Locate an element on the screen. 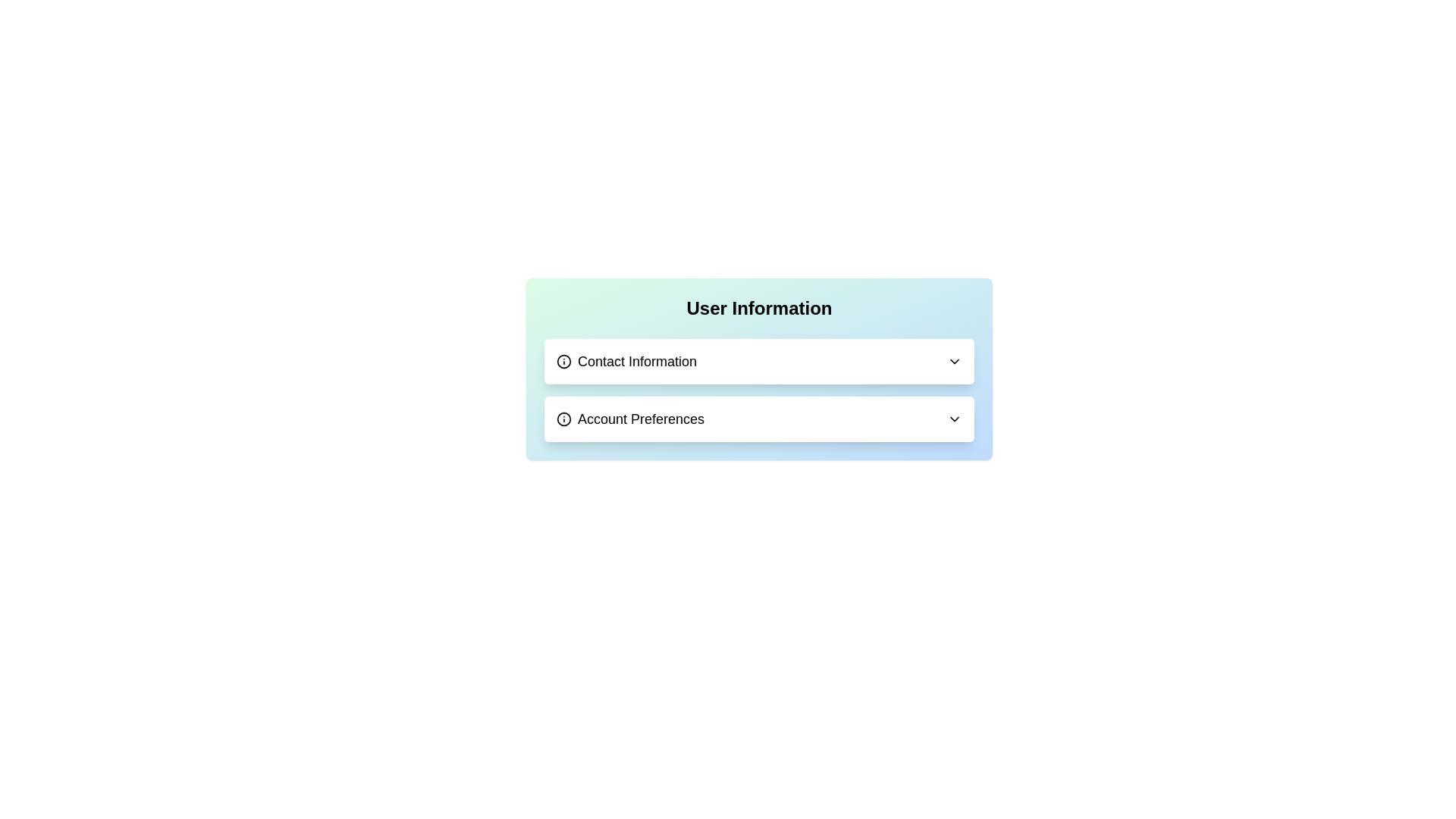 This screenshot has height=819, width=1456. text from the header label that describes the section, which is located at the top of the card-like component is located at coordinates (759, 308).